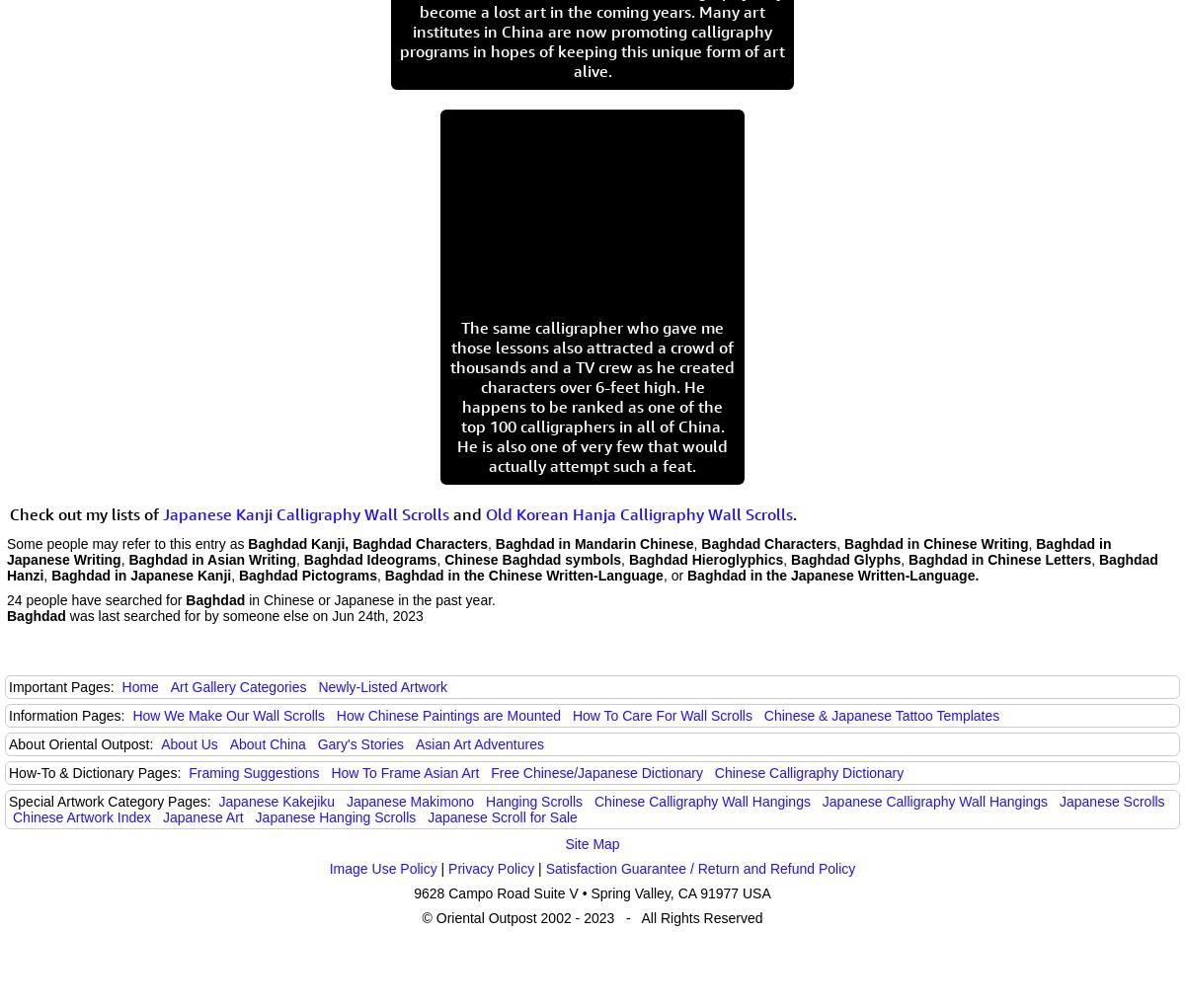 The width and height of the screenshot is (1185, 1008). I want to click on '9628 Campo Road Suite V • Spring Valley, CA 91977 USA', so click(591, 893).